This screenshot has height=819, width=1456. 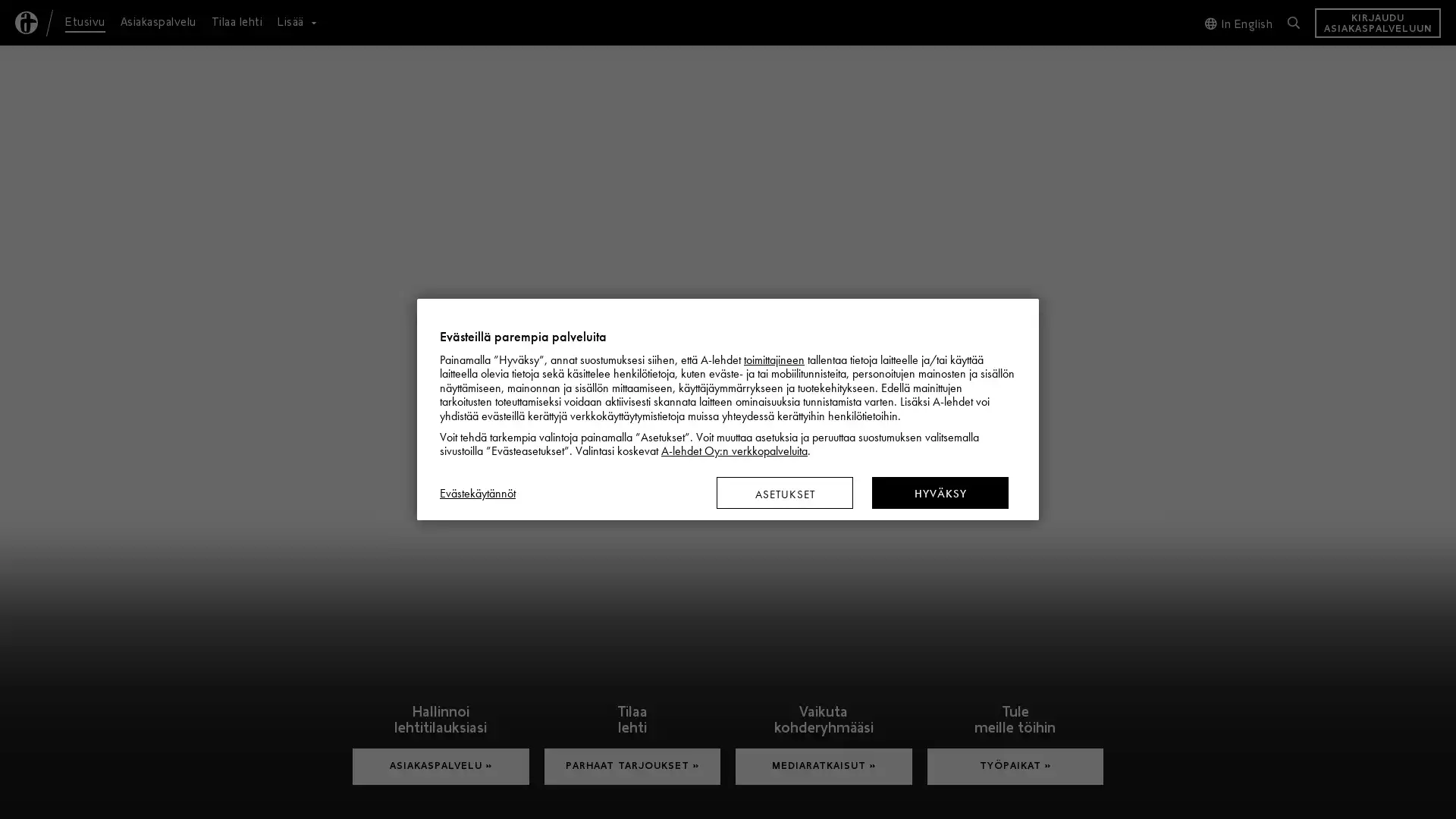 I want to click on ASETUKSET, so click(x=785, y=491).